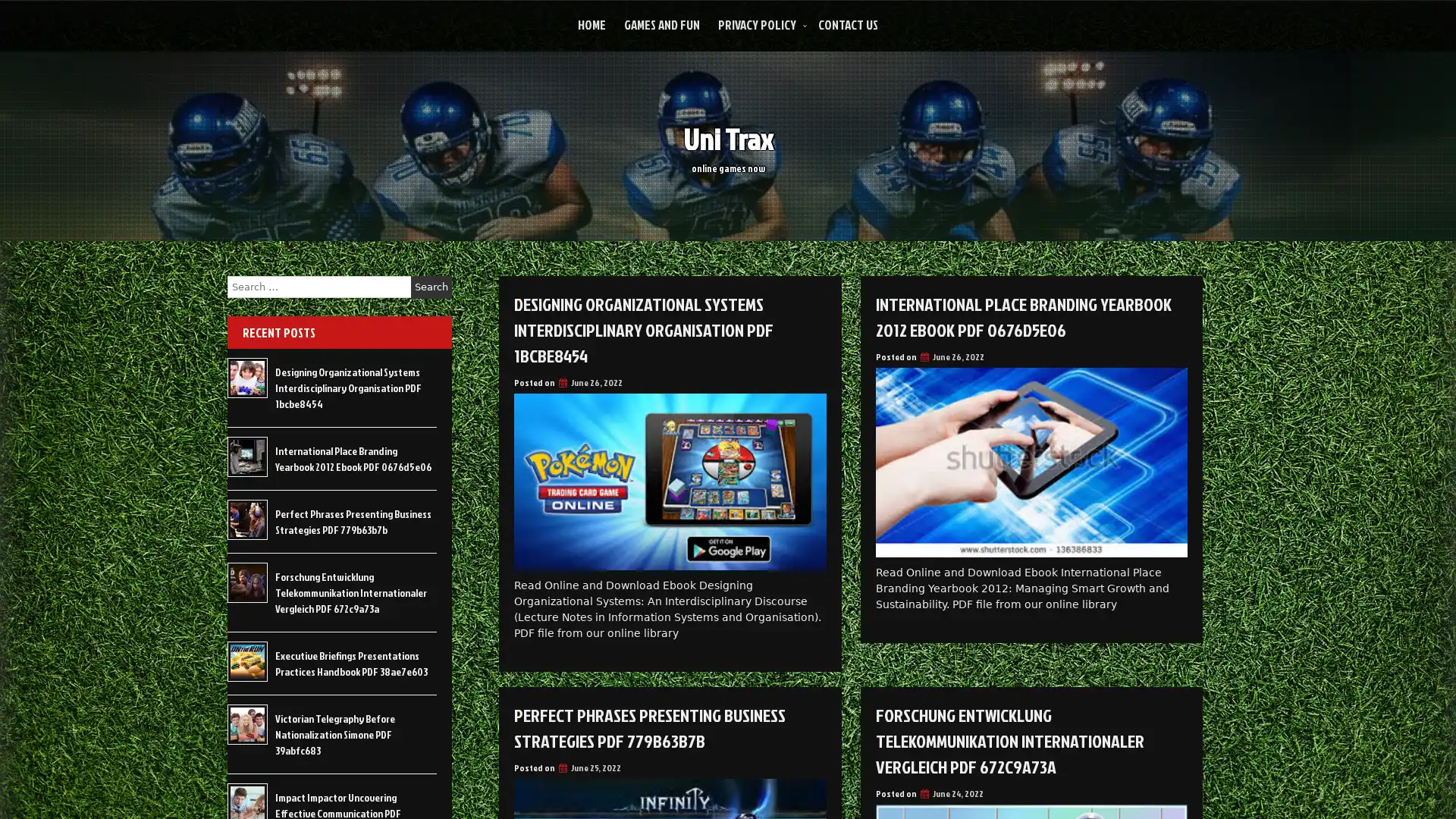  Describe the element at coordinates (431, 287) in the screenshot. I see `Search` at that location.